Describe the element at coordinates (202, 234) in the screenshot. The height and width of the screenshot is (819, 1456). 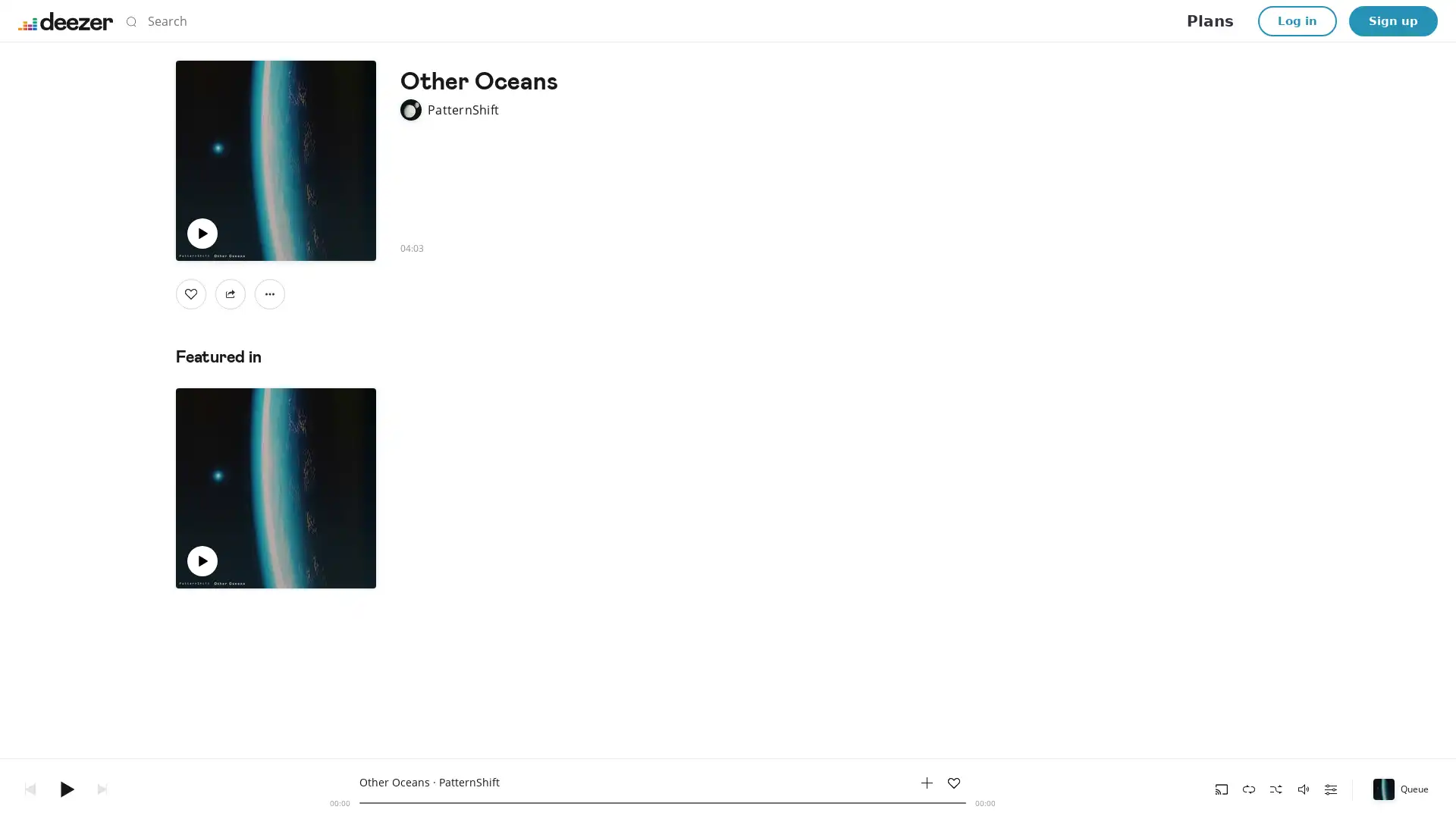
I see `Play` at that location.